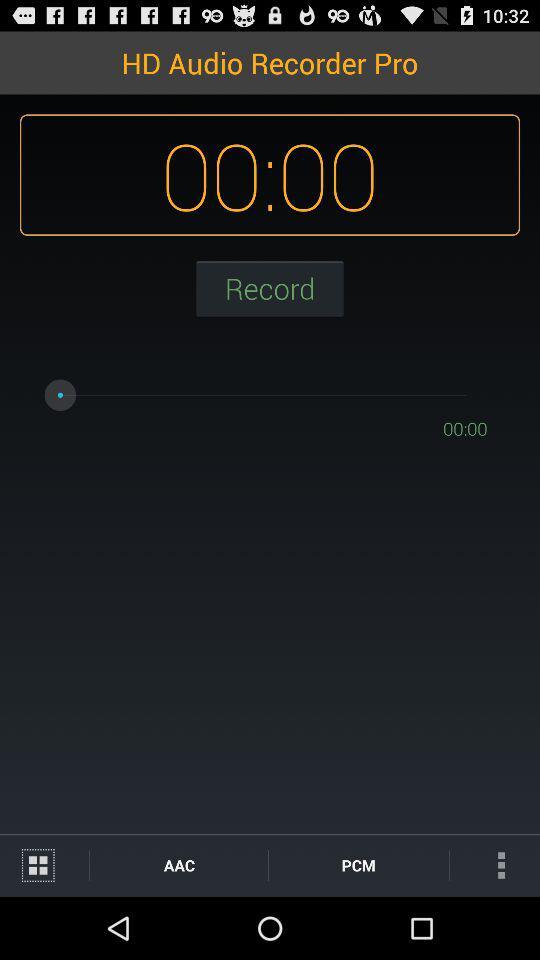 This screenshot has height=960, width=540. Describe the element at coordinates (357, 864) in the screenshot. I see `the icon at the bottom` at that location.